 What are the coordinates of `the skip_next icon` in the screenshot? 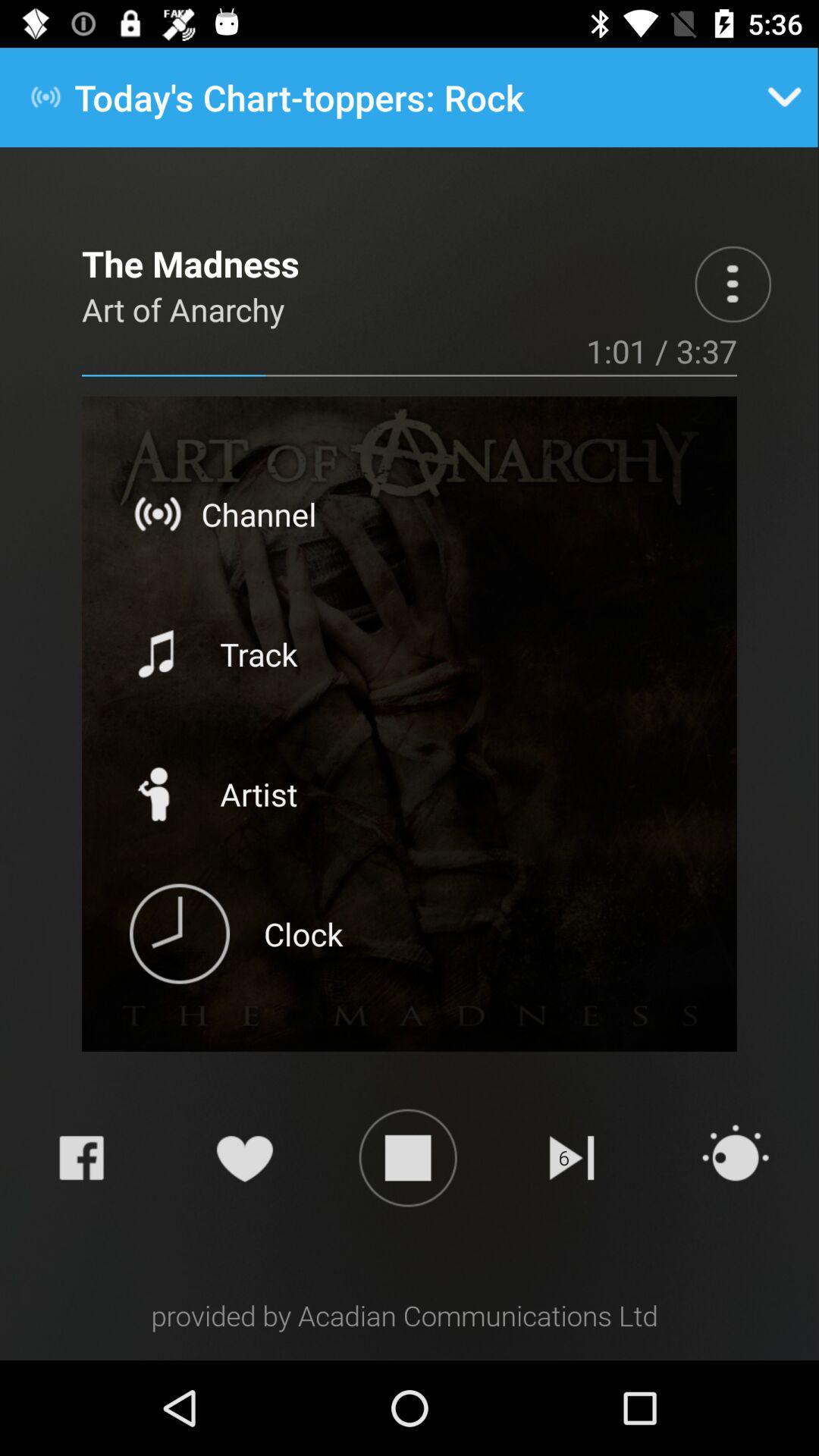 It's located at (572, 1156).